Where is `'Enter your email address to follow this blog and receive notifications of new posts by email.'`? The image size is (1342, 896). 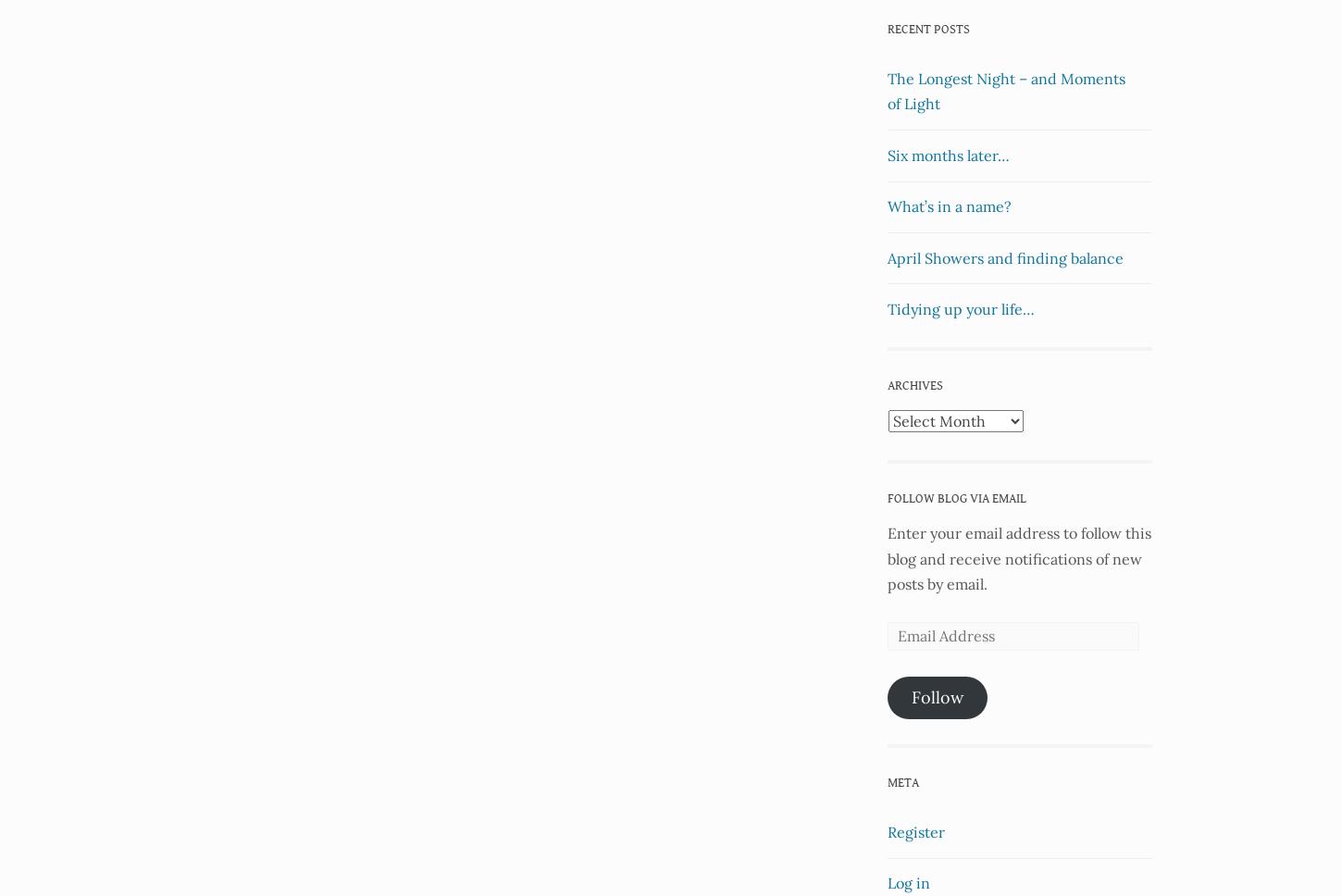
'Enter your email address to follow this blog and receive notifications of new posts by email.' is located at coordinates (1018, 557).